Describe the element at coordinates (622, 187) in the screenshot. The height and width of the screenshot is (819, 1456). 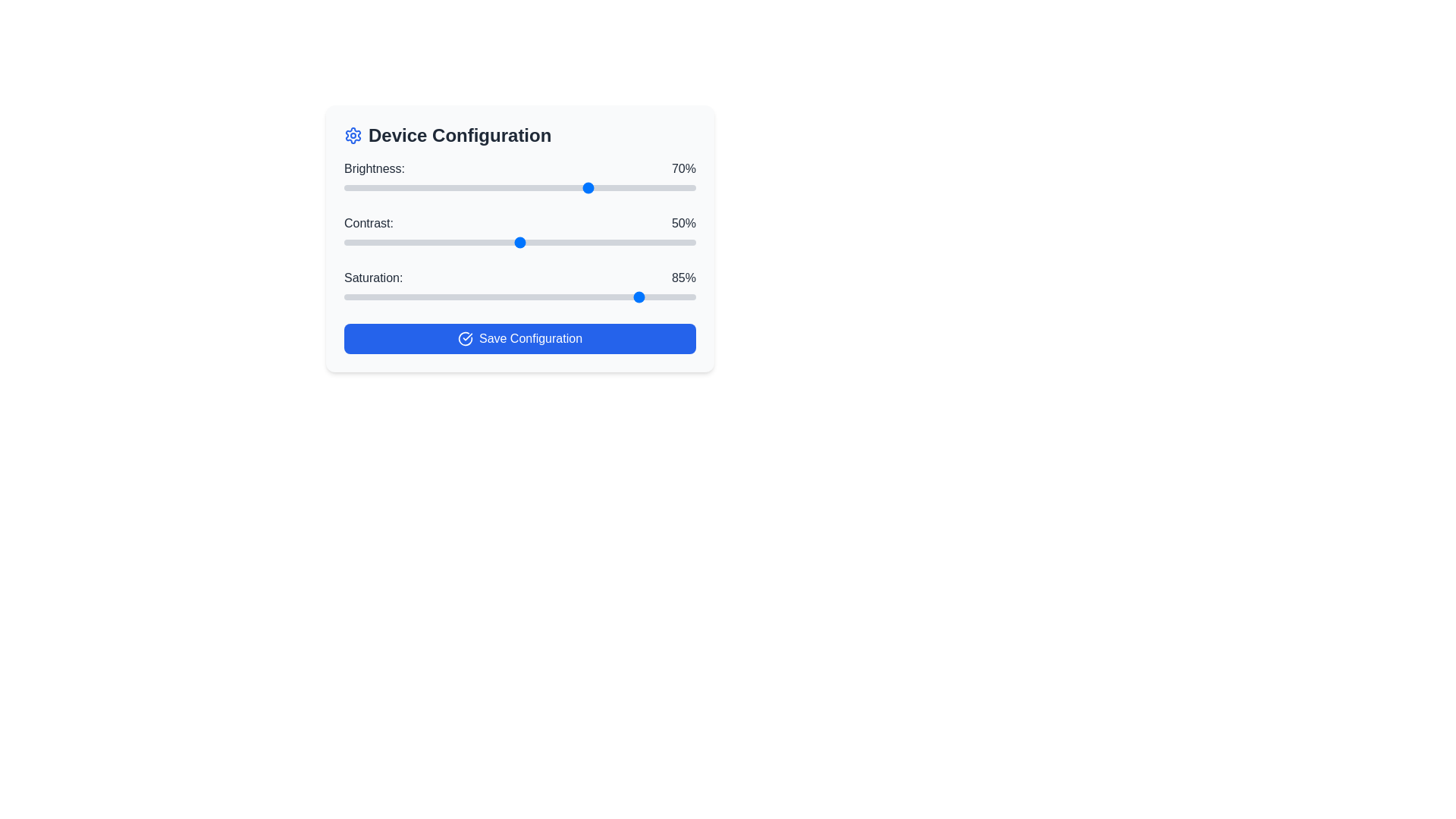
I see `brightness` at that location.